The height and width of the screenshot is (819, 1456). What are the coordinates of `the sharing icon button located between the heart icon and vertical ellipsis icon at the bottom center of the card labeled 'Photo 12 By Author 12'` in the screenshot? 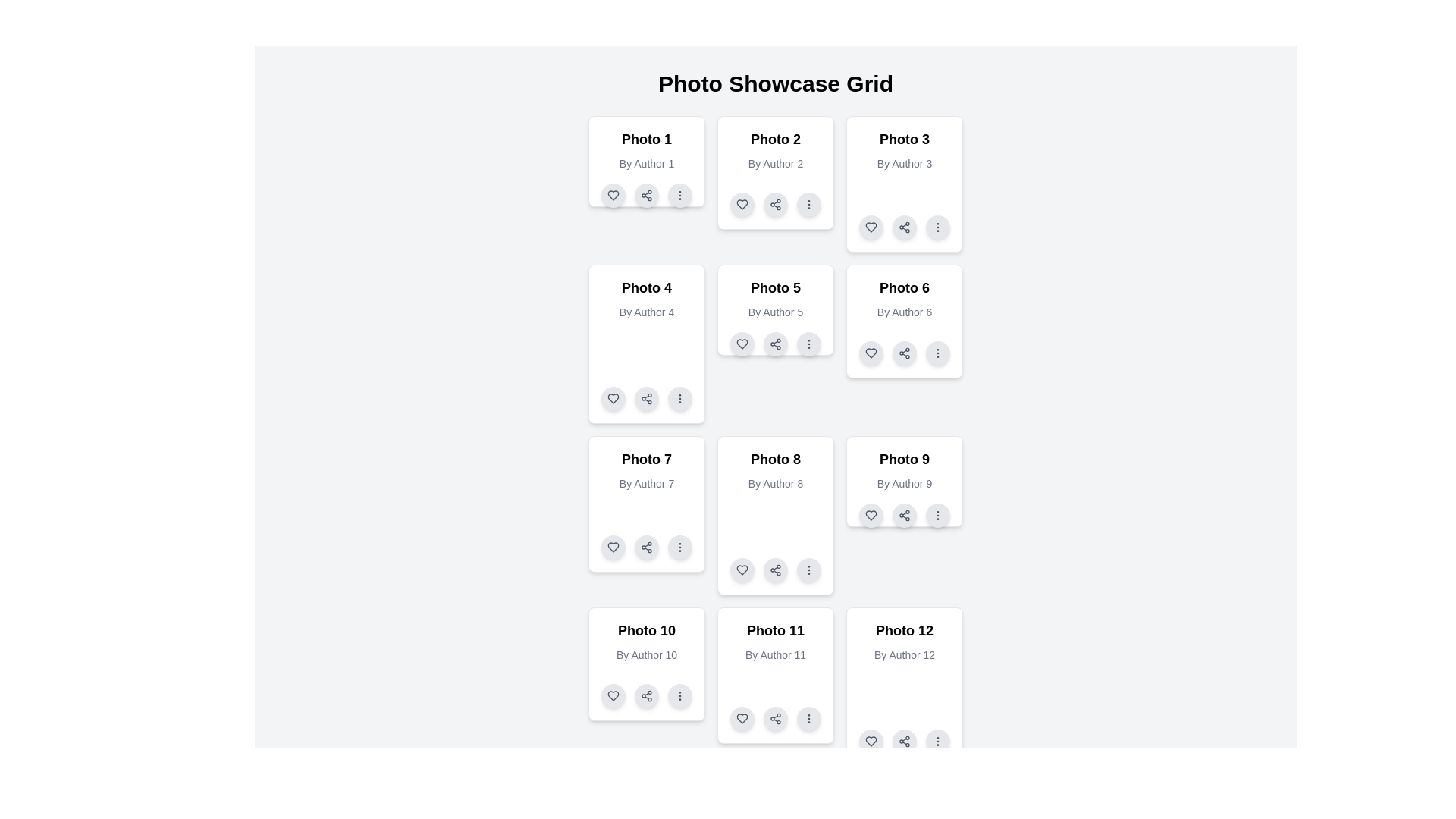 It's located at (905, 741).